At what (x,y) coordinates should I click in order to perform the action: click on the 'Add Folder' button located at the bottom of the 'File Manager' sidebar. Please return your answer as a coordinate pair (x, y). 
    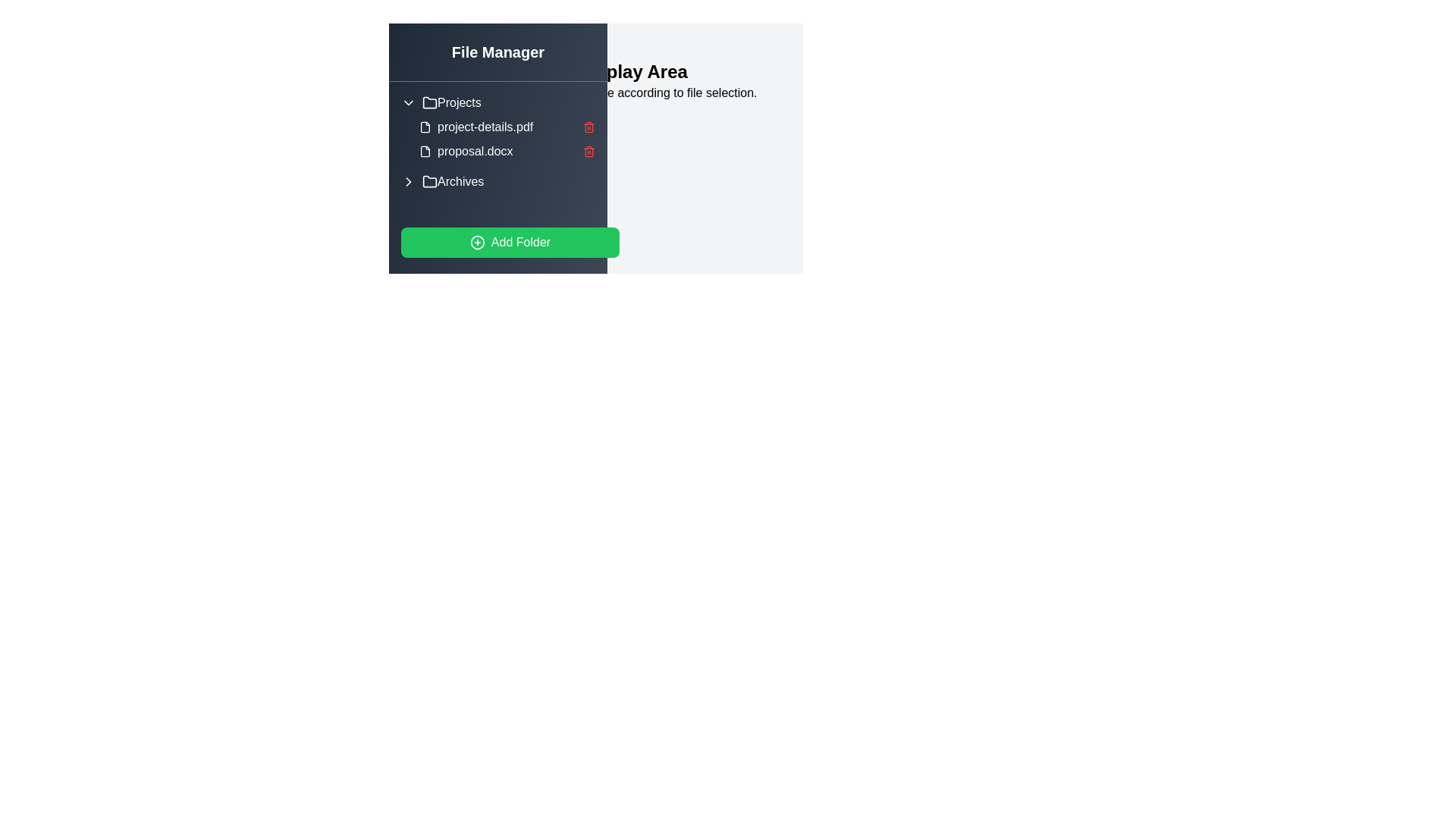
    Looking at the image, I should click on (510, 242).